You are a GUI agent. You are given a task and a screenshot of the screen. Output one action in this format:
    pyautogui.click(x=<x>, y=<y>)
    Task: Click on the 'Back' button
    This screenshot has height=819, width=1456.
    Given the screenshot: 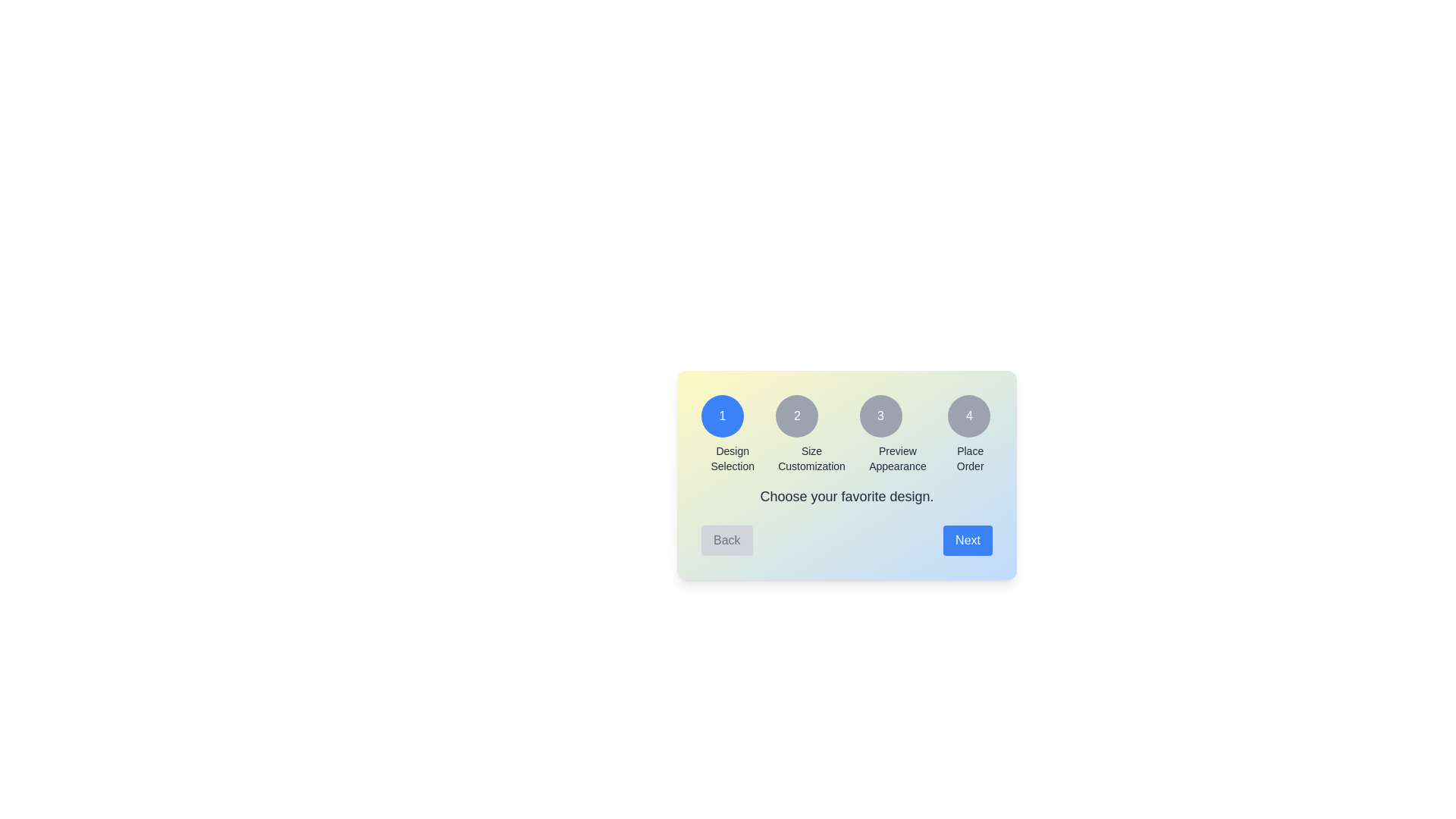 What is the action you would take?
    pyautogui.click(x=726, y=540)
    